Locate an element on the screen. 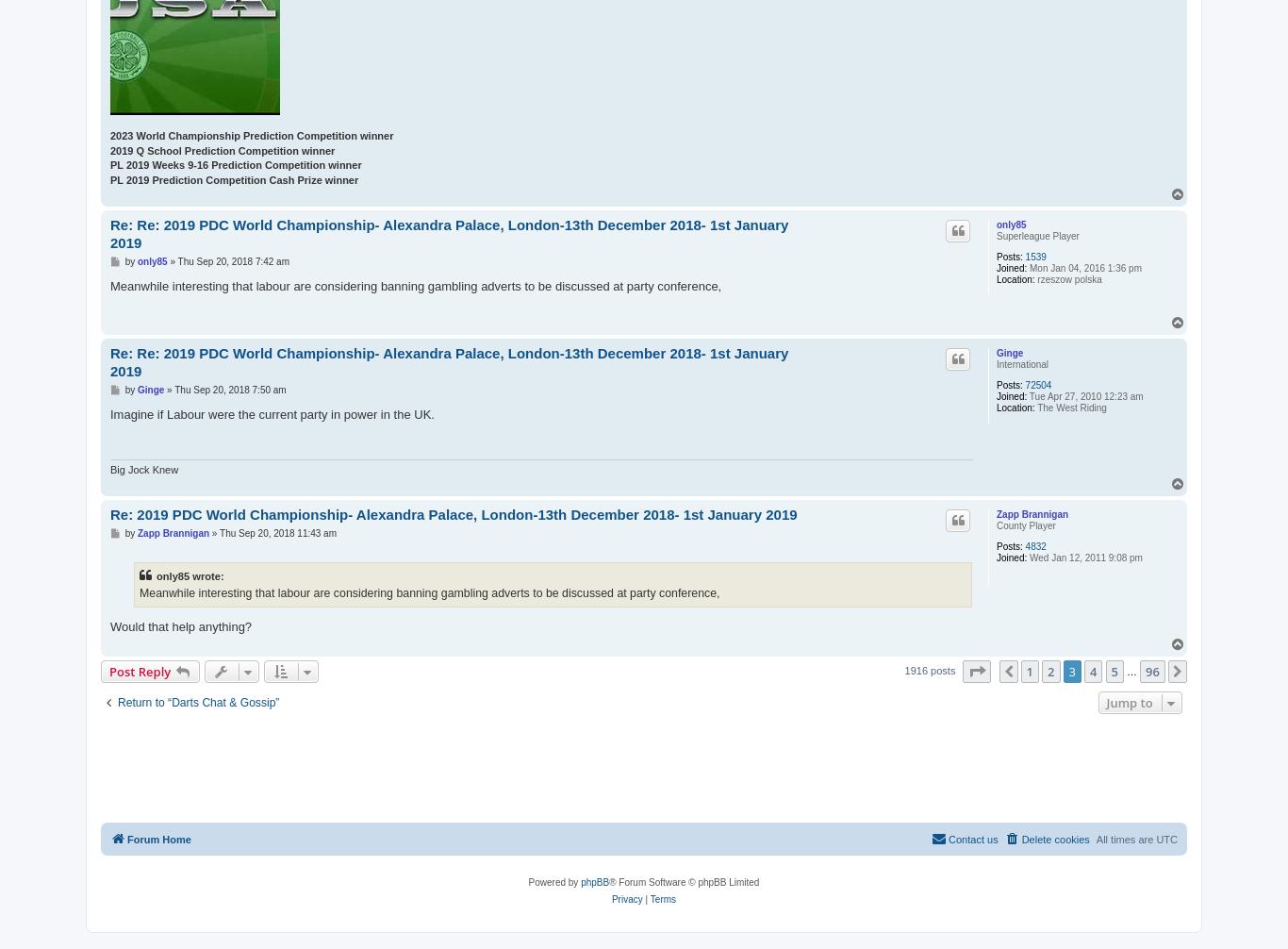  'Terms' is located at coordinates (650, 898).